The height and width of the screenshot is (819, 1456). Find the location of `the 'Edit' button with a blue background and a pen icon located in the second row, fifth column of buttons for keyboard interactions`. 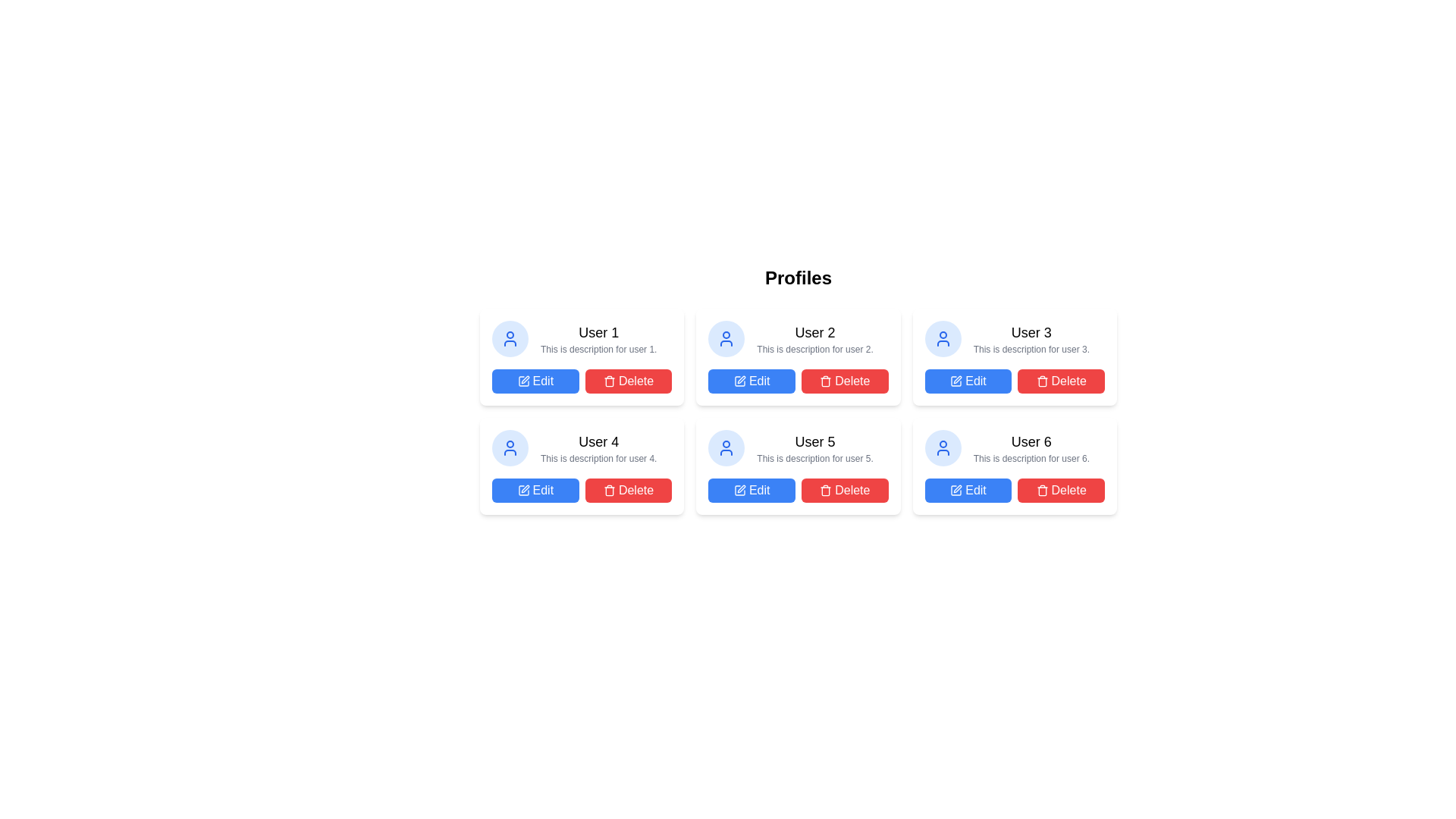

the 'Edit' button with a blue background and a pen icon located in the second row, fifth column of buttons for keyboard interactions is located at coordinates (752, 491).